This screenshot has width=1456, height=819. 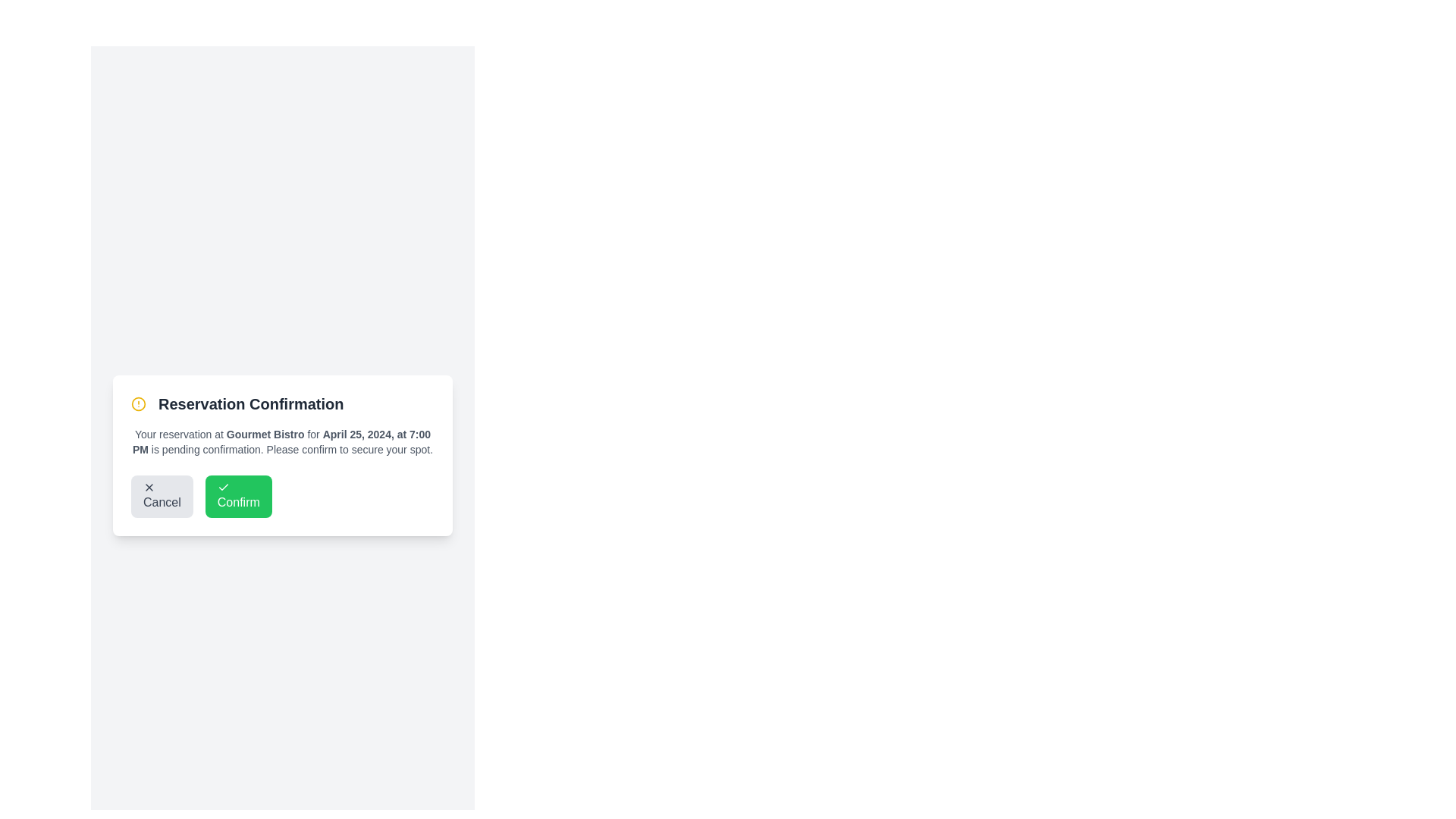 I want to click on the checkmark icon located within the 'Confirm' button, which visually reinforces the confirmation action, so click(x=222, y=488).